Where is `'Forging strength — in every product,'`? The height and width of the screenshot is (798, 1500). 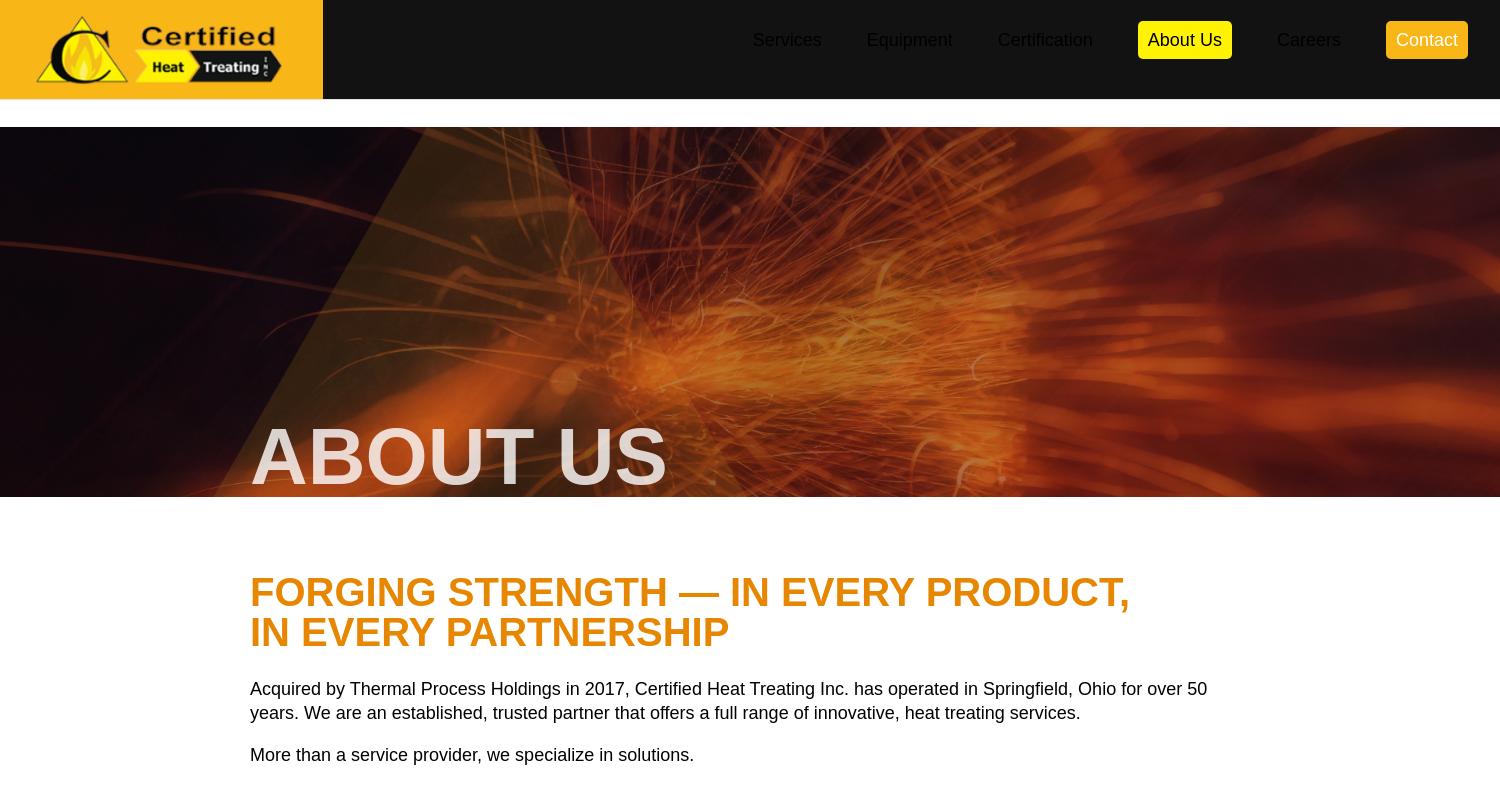 'Forging strength — in every product,' is located at coordinates (689, 591).